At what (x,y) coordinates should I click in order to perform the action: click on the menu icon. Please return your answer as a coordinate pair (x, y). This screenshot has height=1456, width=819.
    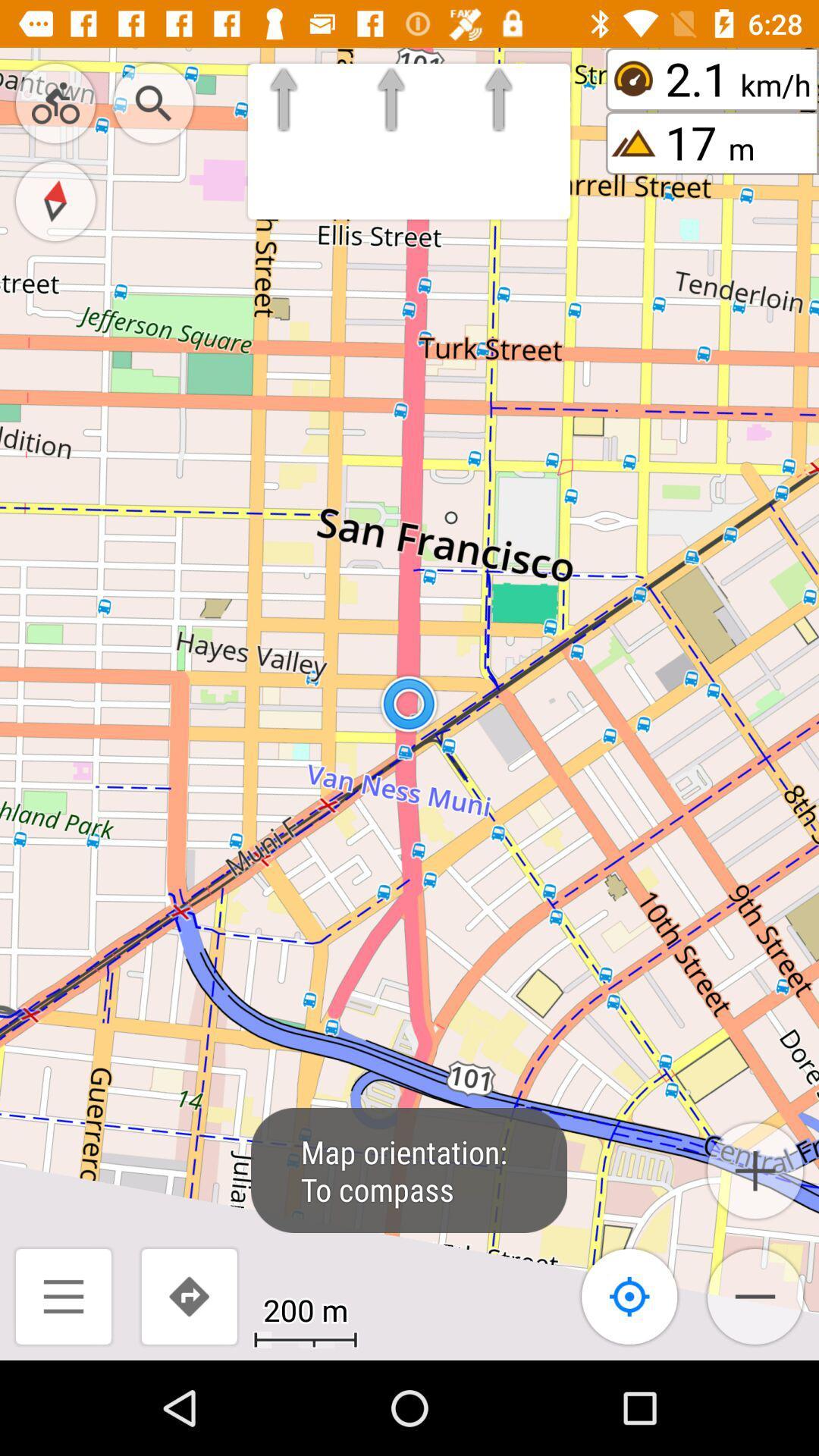
    Looking at the image, I should click on (63, 1295).